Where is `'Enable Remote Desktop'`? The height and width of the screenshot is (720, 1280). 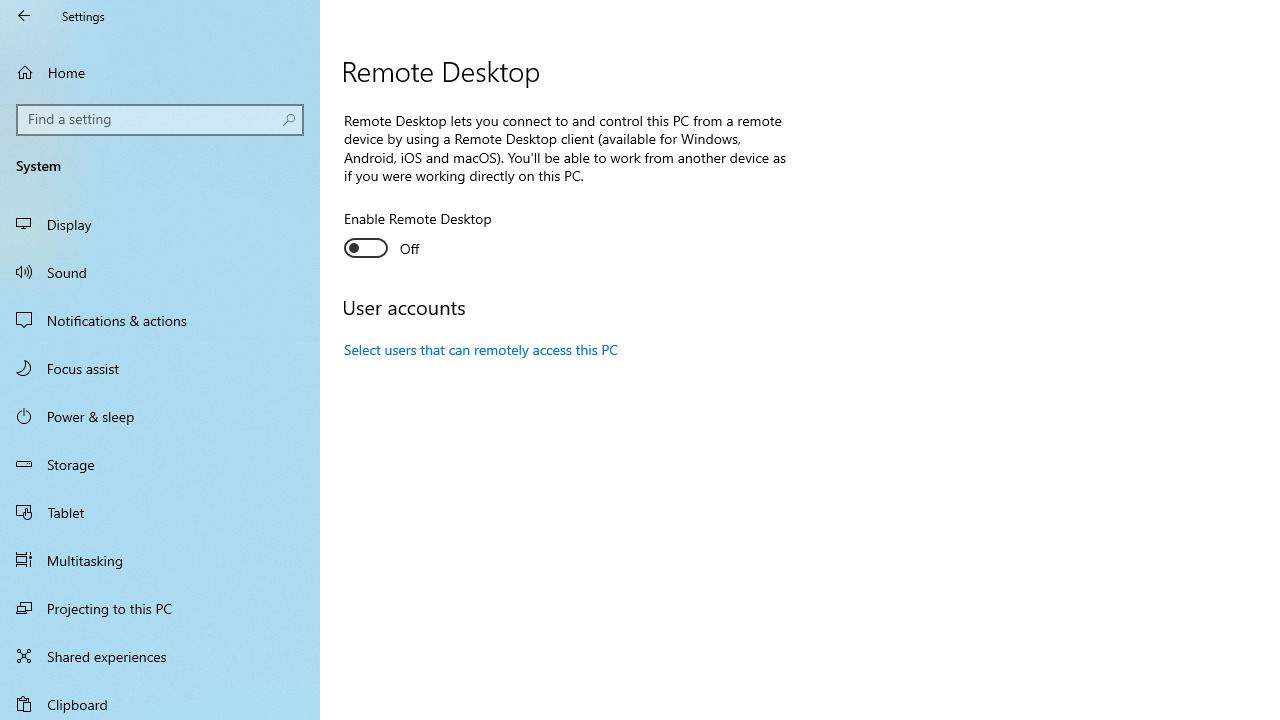 'Enable Remote Desktop' is located at coordinates (416, 235).